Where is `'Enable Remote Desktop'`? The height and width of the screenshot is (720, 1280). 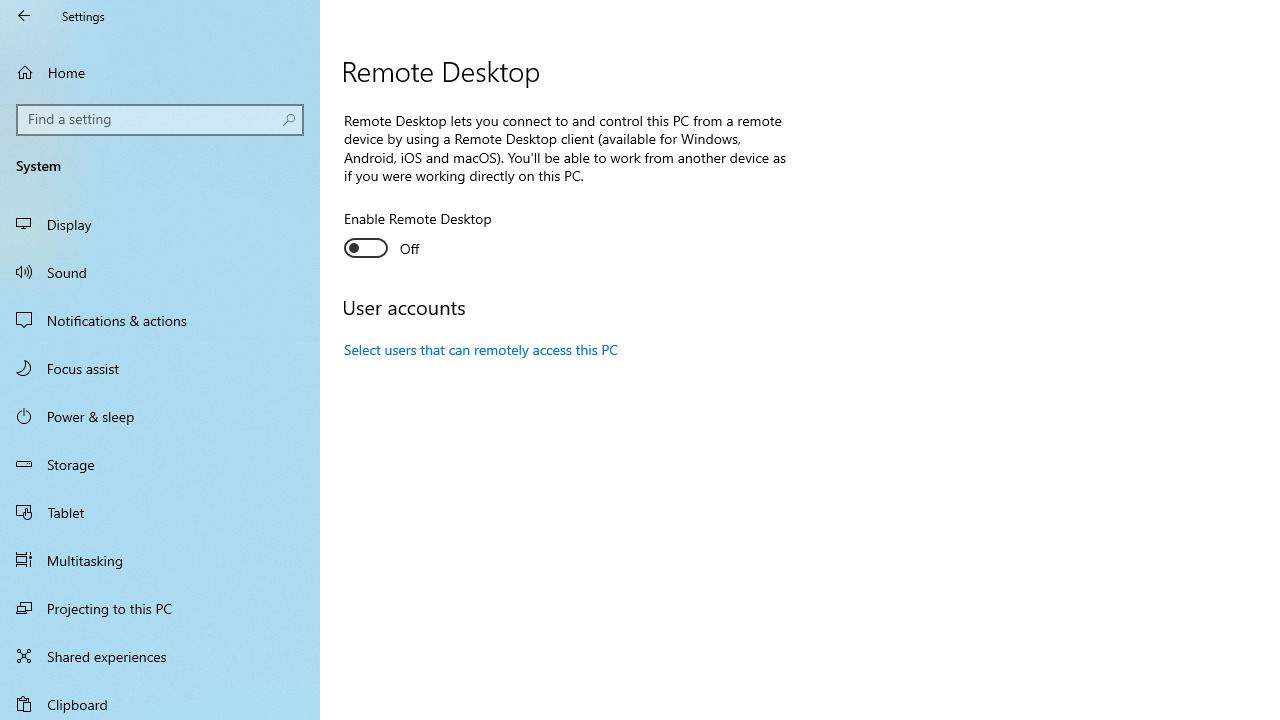 'Enable Remote Desktop' is located at coordinates (416, 235).